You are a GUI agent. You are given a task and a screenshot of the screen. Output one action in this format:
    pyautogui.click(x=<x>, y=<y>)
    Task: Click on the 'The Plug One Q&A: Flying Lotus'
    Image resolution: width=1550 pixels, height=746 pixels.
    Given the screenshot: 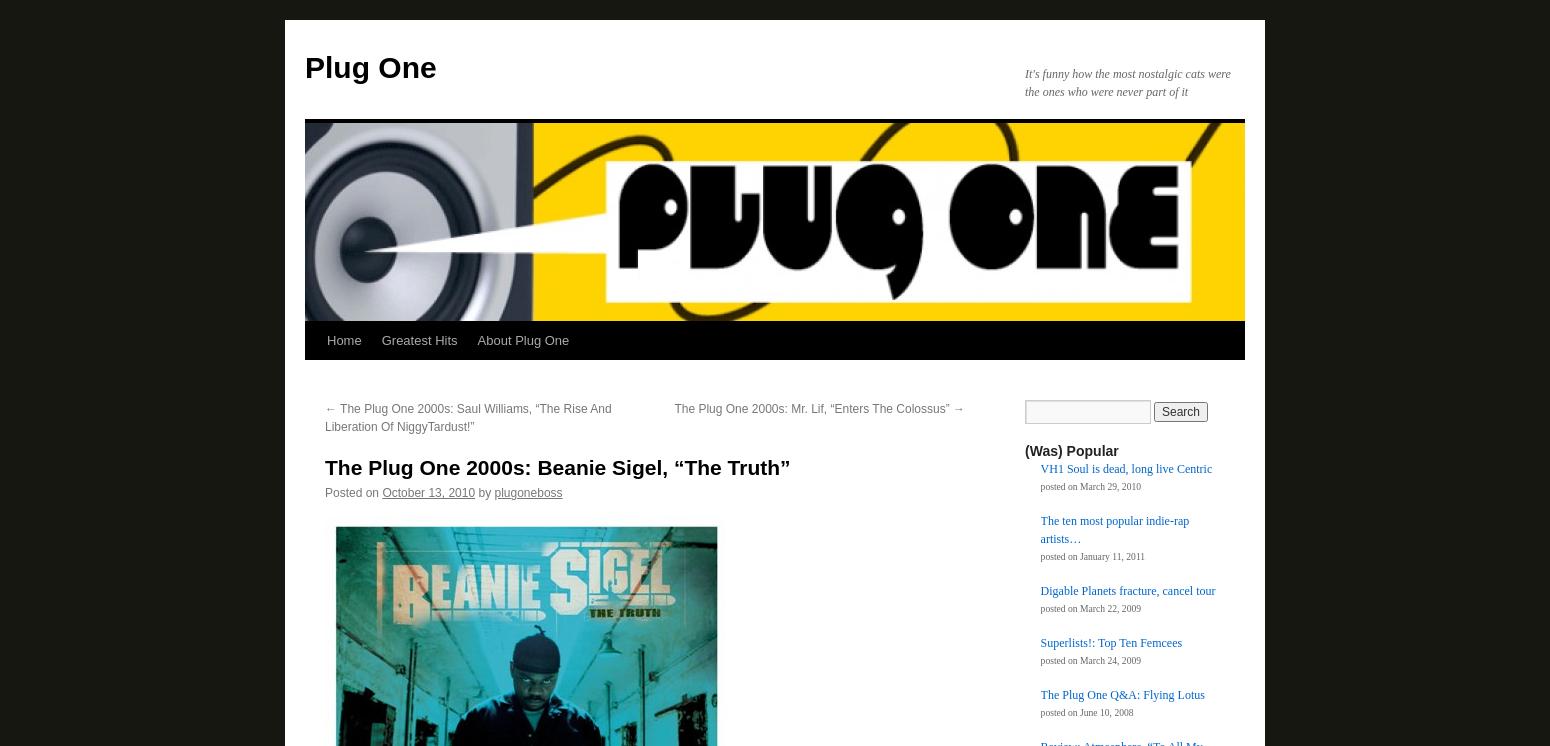 What is the action you would take?
    pyautogui.click(x=1121, y=694)
    